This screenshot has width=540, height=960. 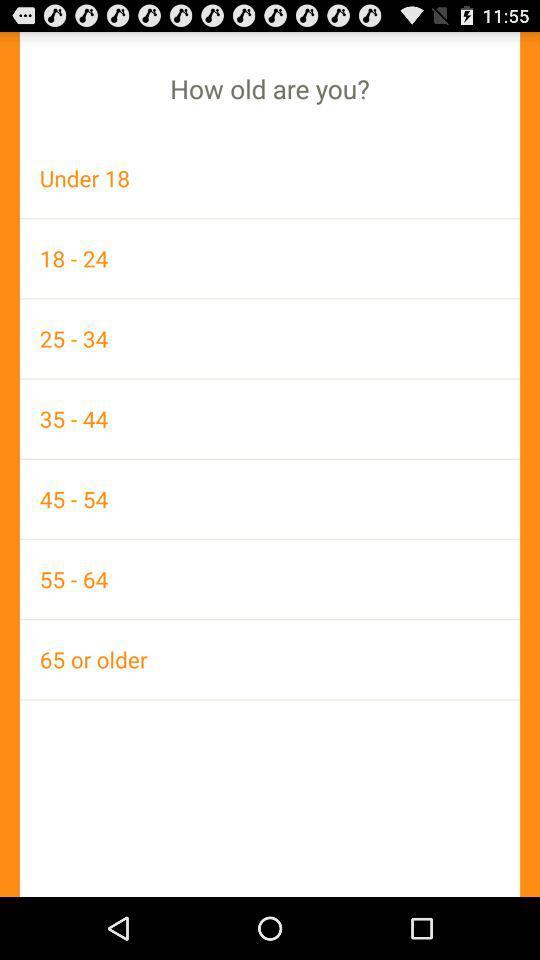 What do you see at coordinates (270, 177) in the screenshot?
I see `icon below the how old are item` at bounding box center [270, 177].